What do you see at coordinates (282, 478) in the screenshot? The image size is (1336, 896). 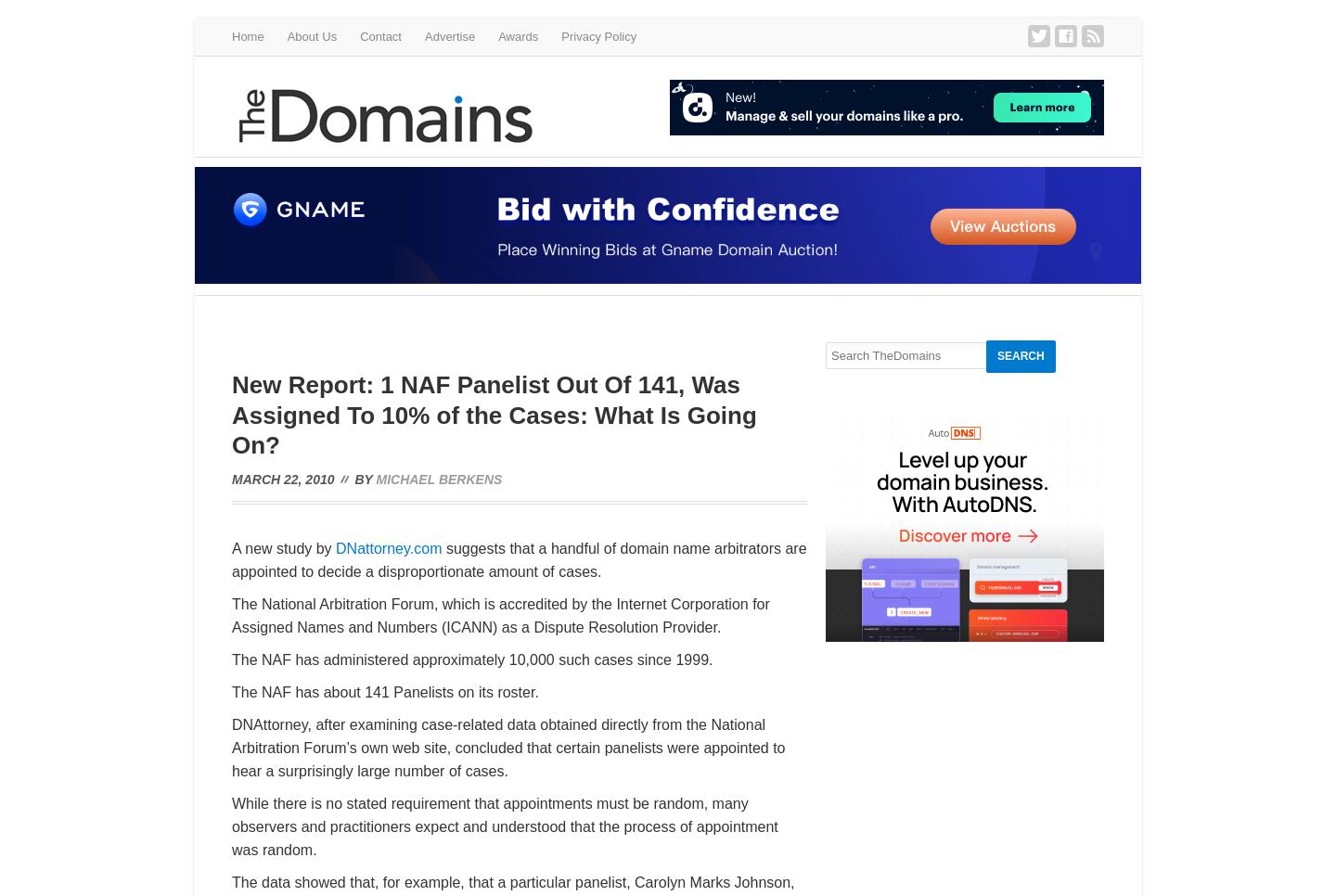 I see `'March 22, 2010'` at bounding box center [282, 478].